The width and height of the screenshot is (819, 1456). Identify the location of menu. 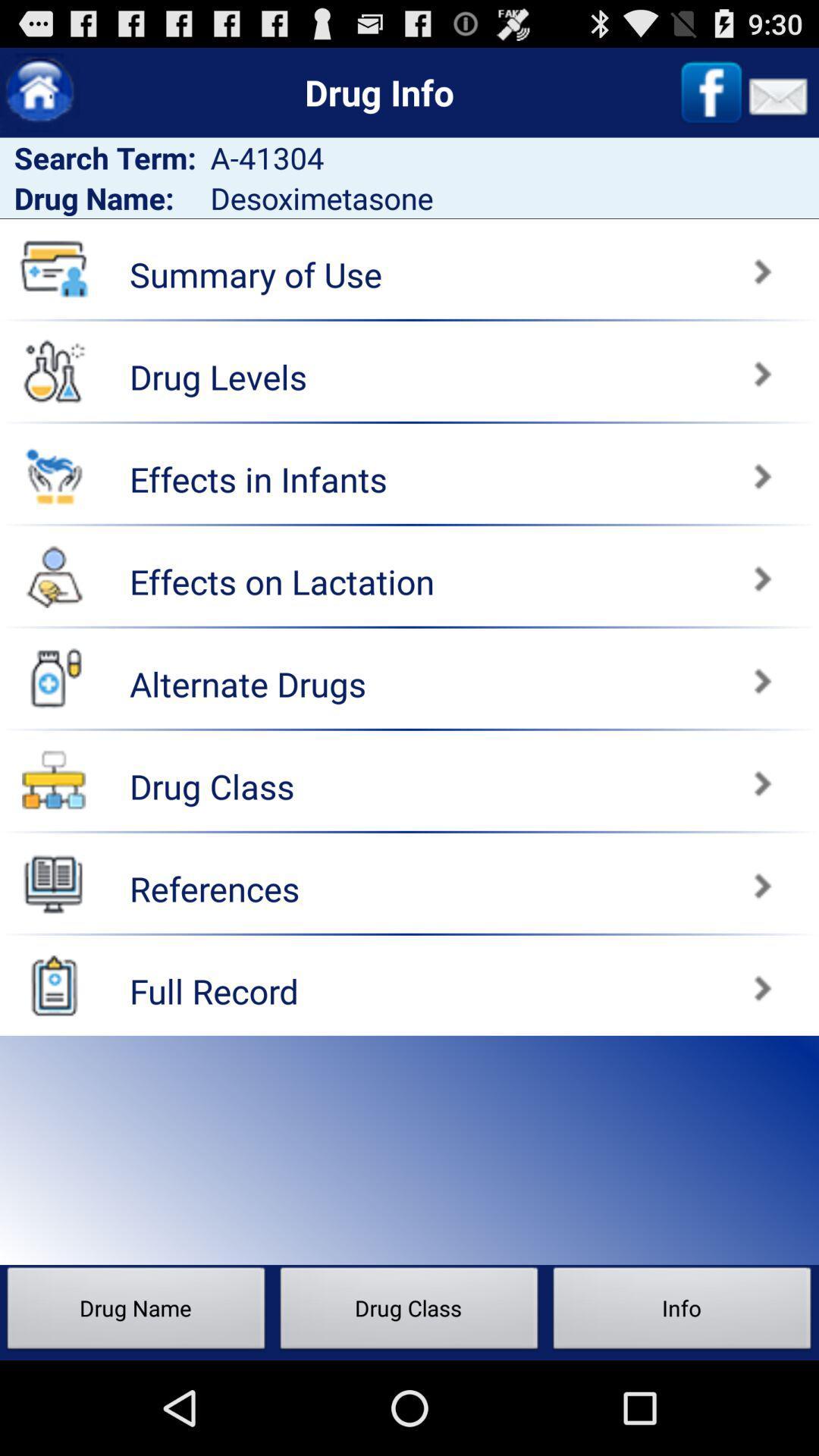
(39, 92).